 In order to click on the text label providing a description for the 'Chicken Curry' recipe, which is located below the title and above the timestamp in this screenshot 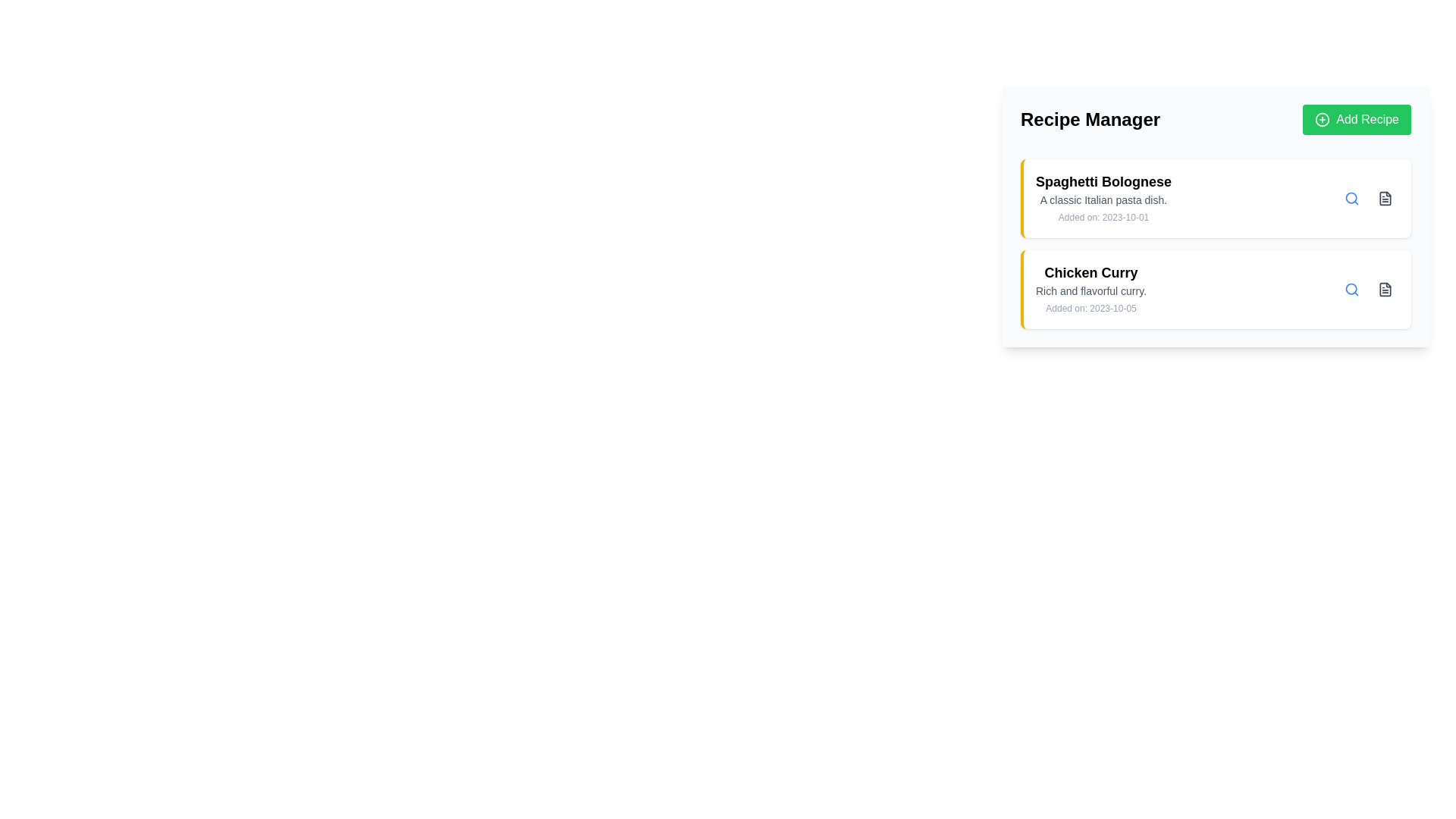, I will do `click(1090, 291)`.